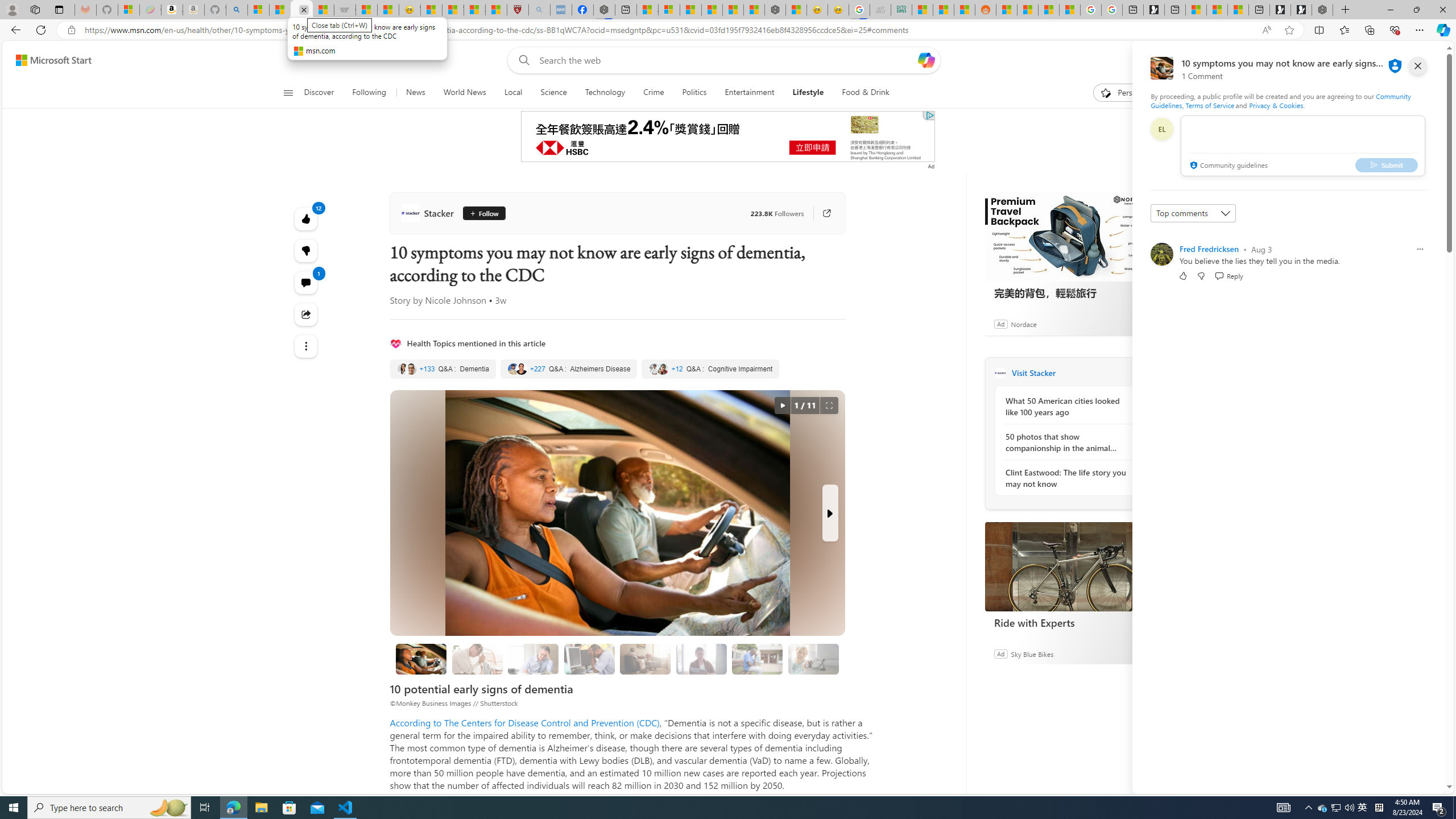  Describe the element at coordinates (1161, 254) in the screenshot. I see `'Profile Picture'` at that location.